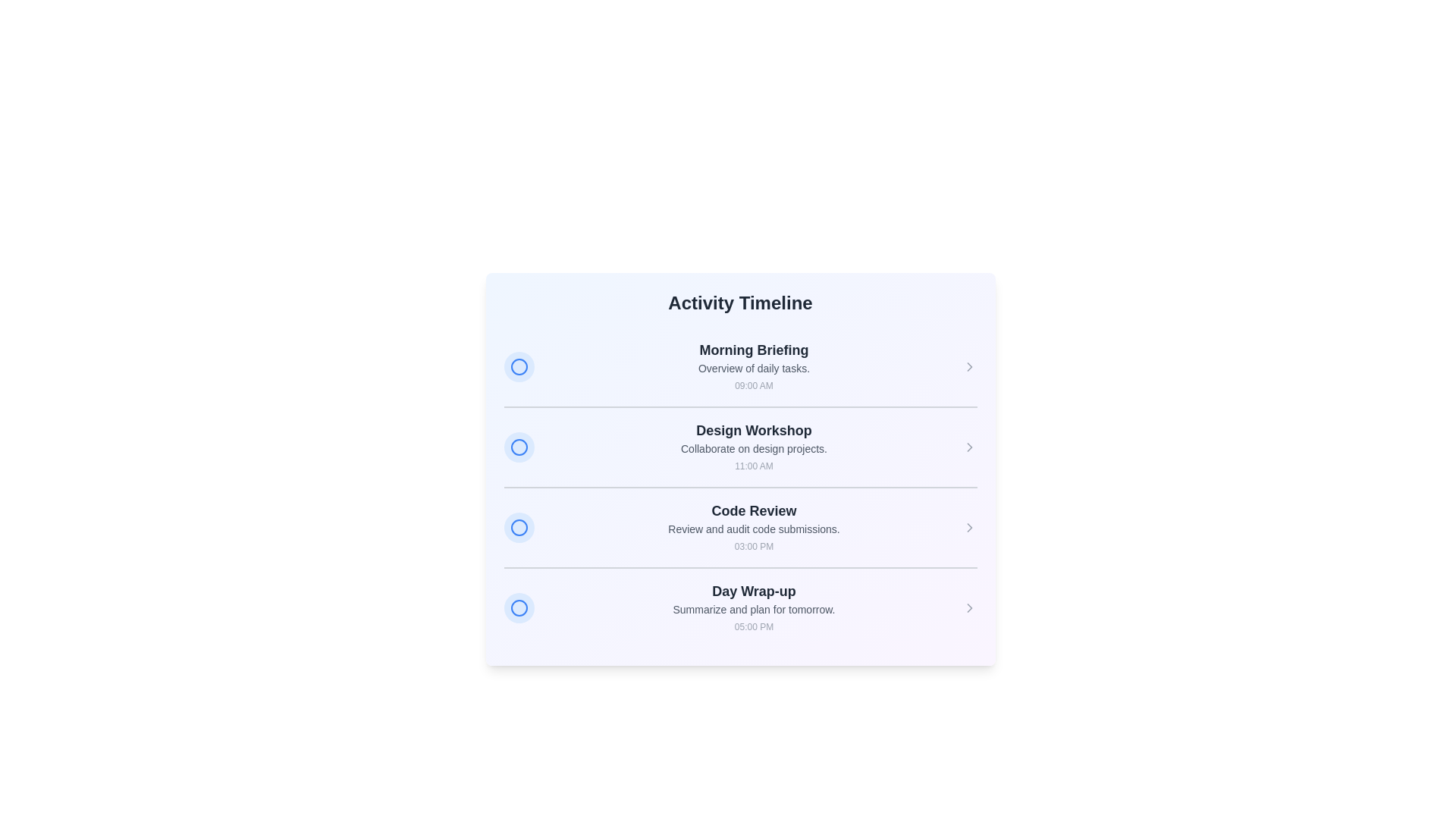 This screenshot has height=819, width=1456. Describe the element at coordinates (519, 526) in the screenshot. I see `the circular icon with a blue outline located next to the 'Code Review' item in the vertical timeline` at that location.